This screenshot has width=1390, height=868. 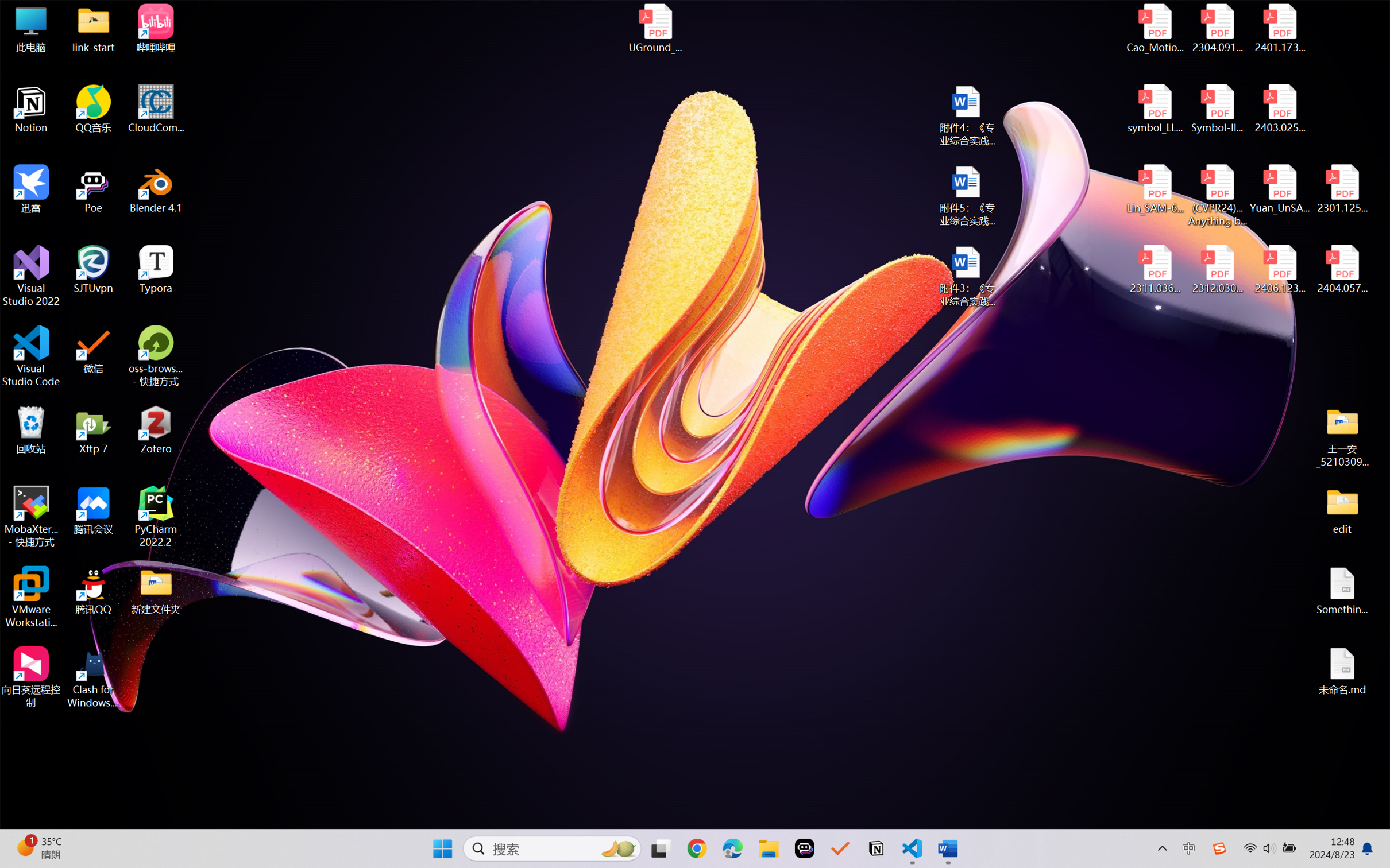 I want to click on '(CVPR24)Matching Anything by Segmenting Anything.pdf', so click(x=1217, y=195).